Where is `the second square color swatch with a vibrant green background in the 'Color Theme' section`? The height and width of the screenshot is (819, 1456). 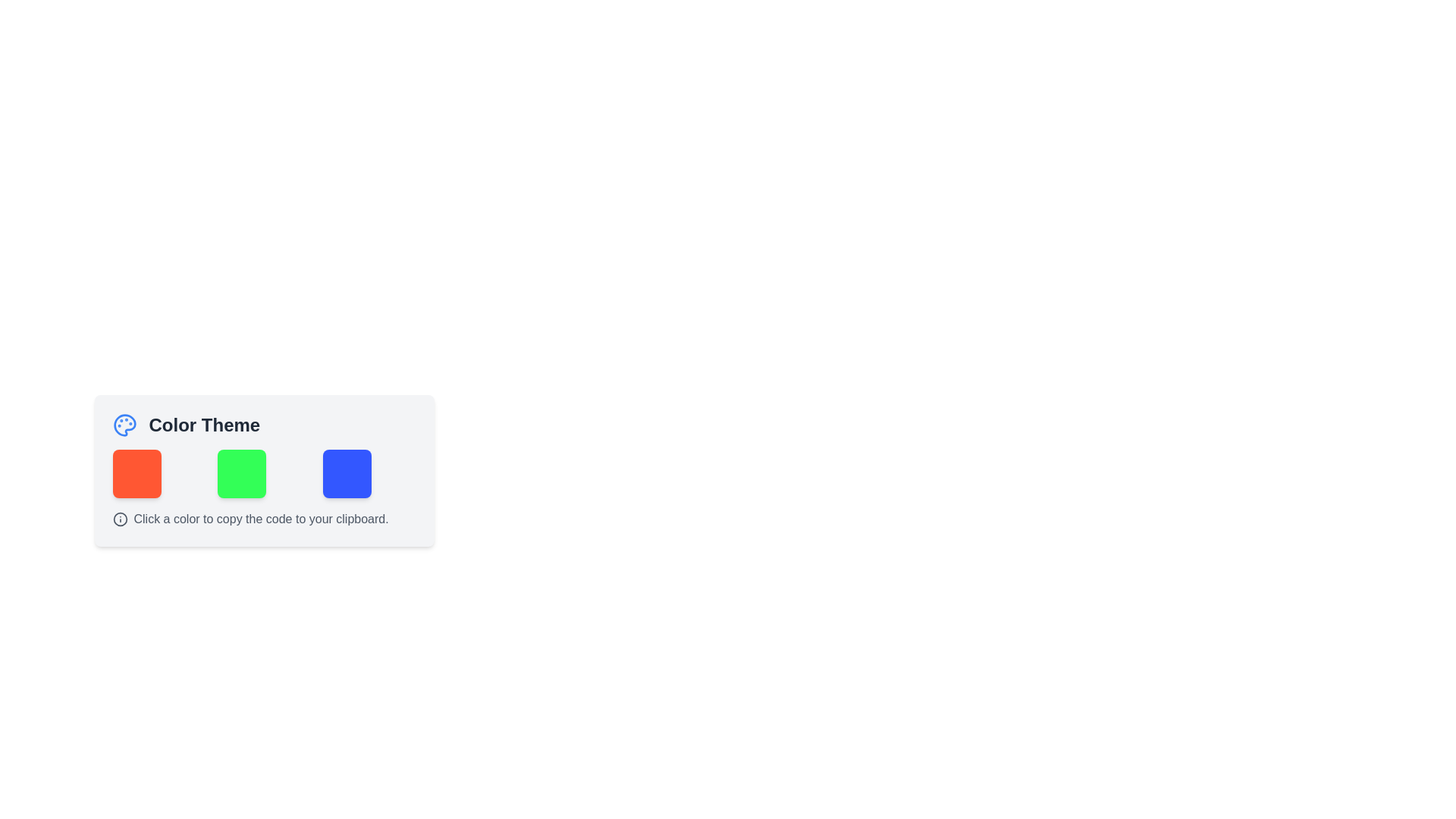 the second square color swatch with a vibrant green background in the 'Color Theme' section is located at coordinates (264, 470).